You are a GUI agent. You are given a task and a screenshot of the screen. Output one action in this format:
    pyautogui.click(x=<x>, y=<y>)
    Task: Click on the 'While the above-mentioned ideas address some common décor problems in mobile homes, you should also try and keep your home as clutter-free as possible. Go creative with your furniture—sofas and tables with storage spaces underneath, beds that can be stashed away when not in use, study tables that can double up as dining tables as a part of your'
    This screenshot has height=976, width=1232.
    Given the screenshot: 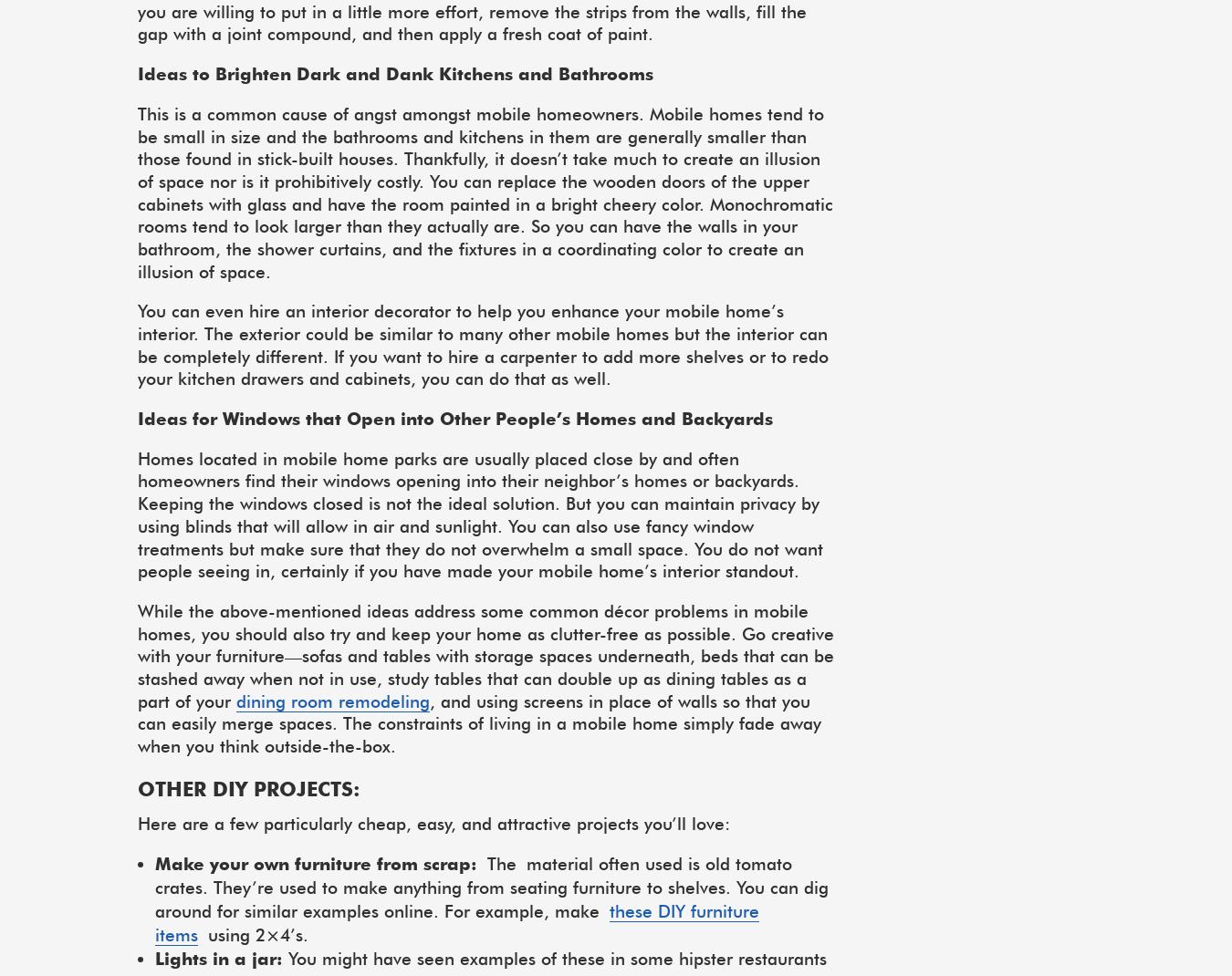 What is the action you would take?
    pyautogui.click(x=485, y=654)
    